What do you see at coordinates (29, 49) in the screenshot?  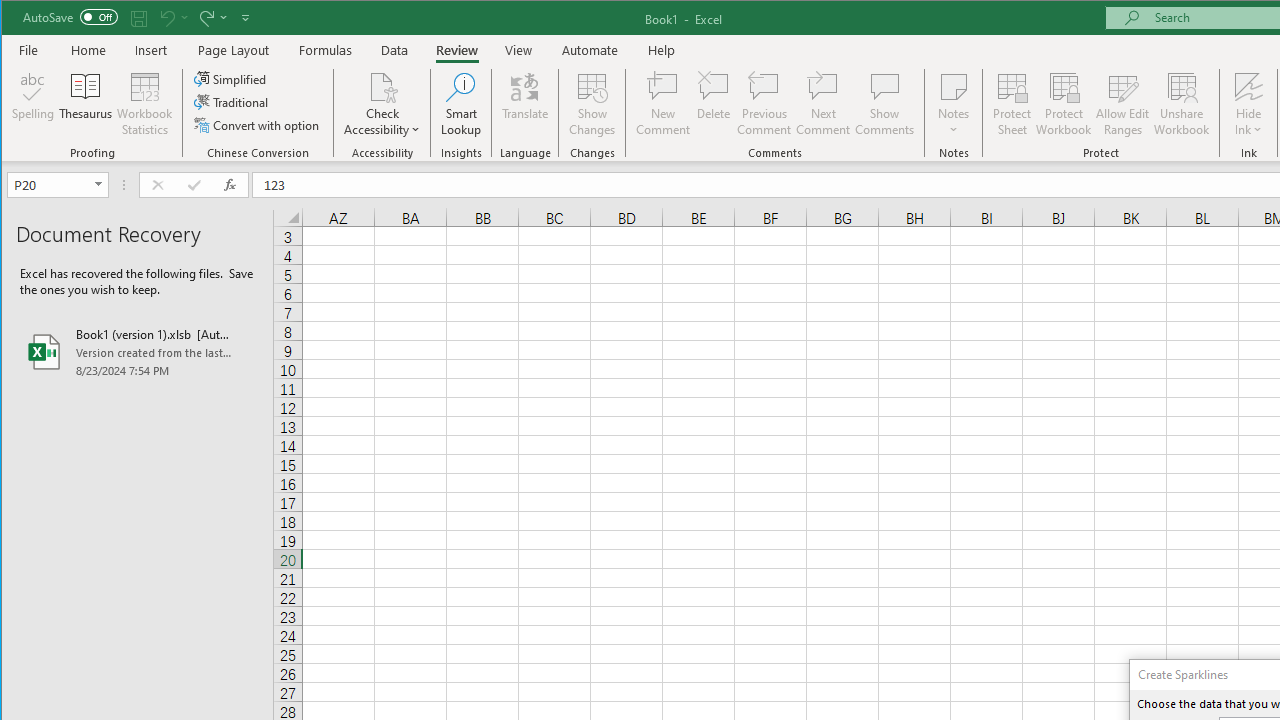 I see `'File Tab'` at bounding box center [29, 49].